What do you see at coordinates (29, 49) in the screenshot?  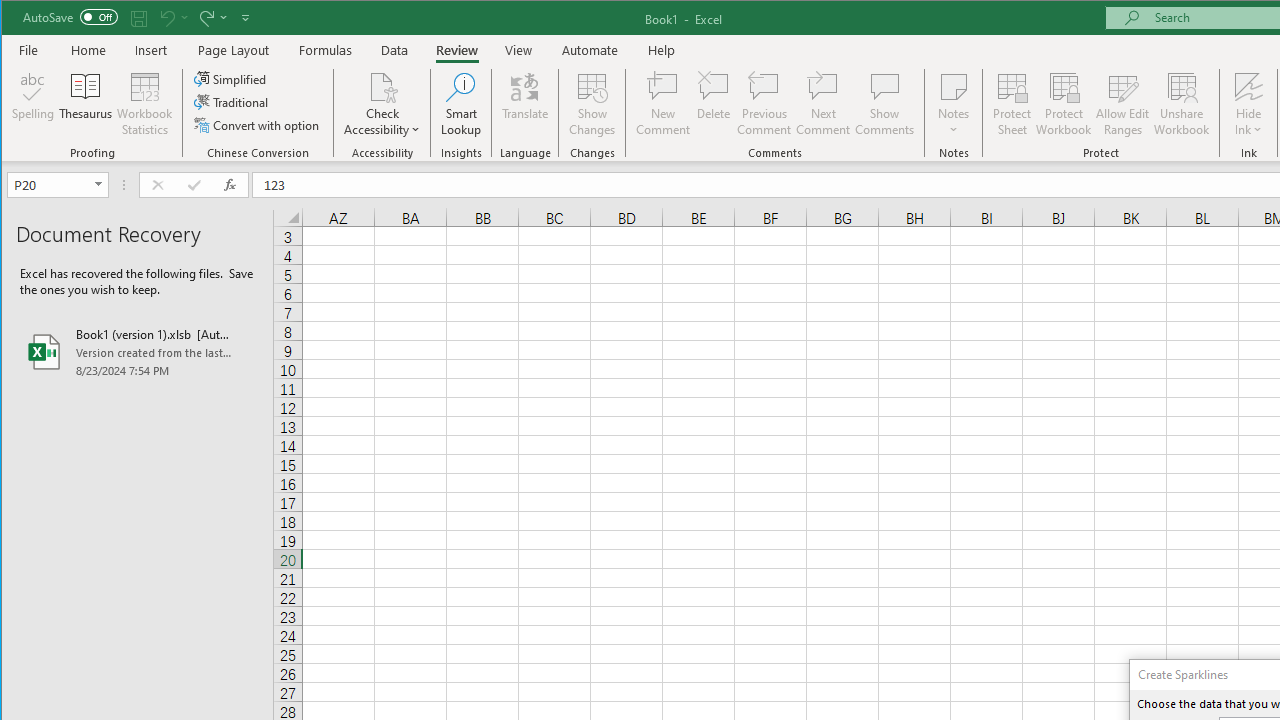 I see `'File Tab'` at bounding box center [29, 49].